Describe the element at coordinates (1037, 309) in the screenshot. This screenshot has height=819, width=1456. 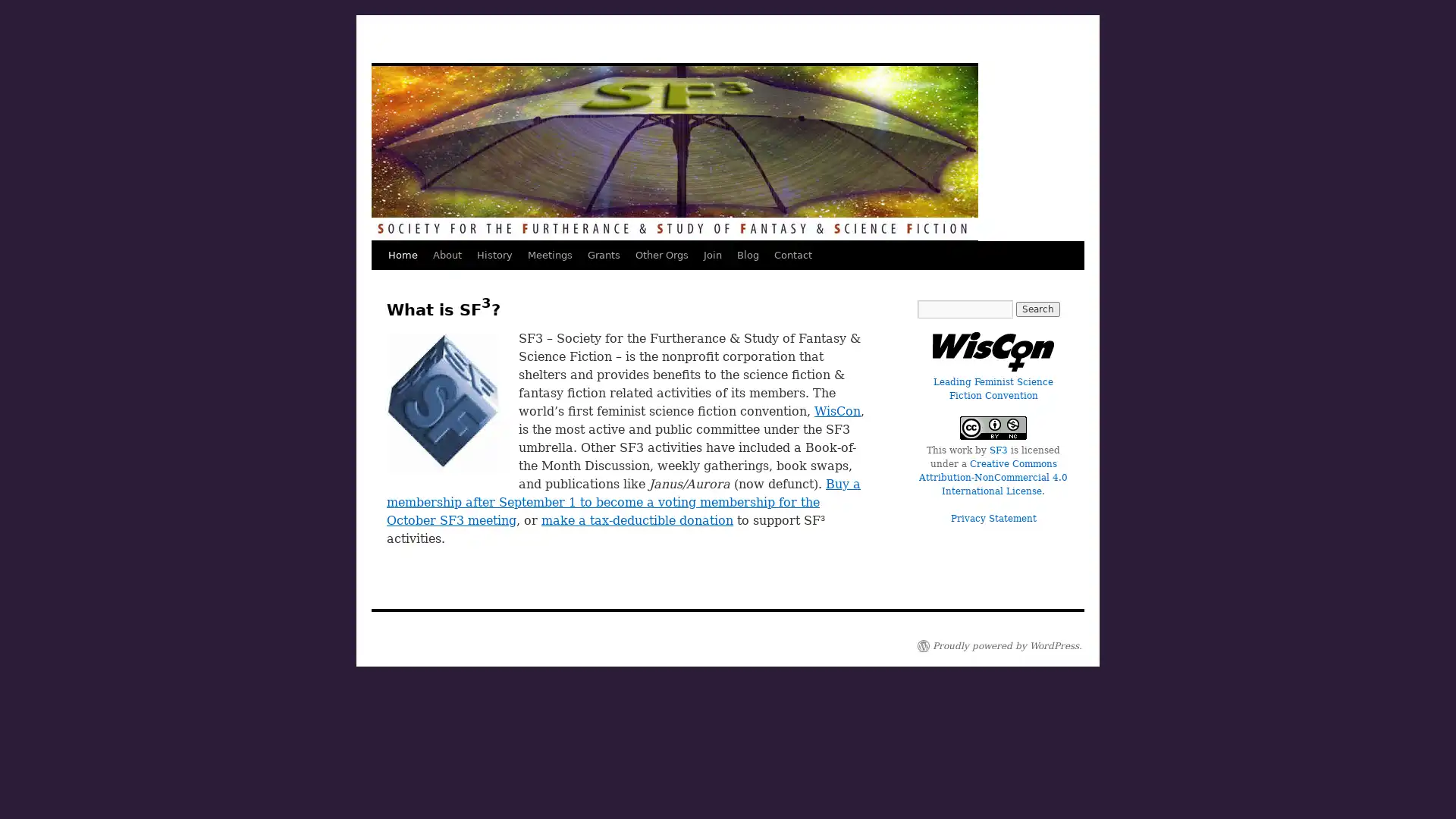
I see `Search` at that location.